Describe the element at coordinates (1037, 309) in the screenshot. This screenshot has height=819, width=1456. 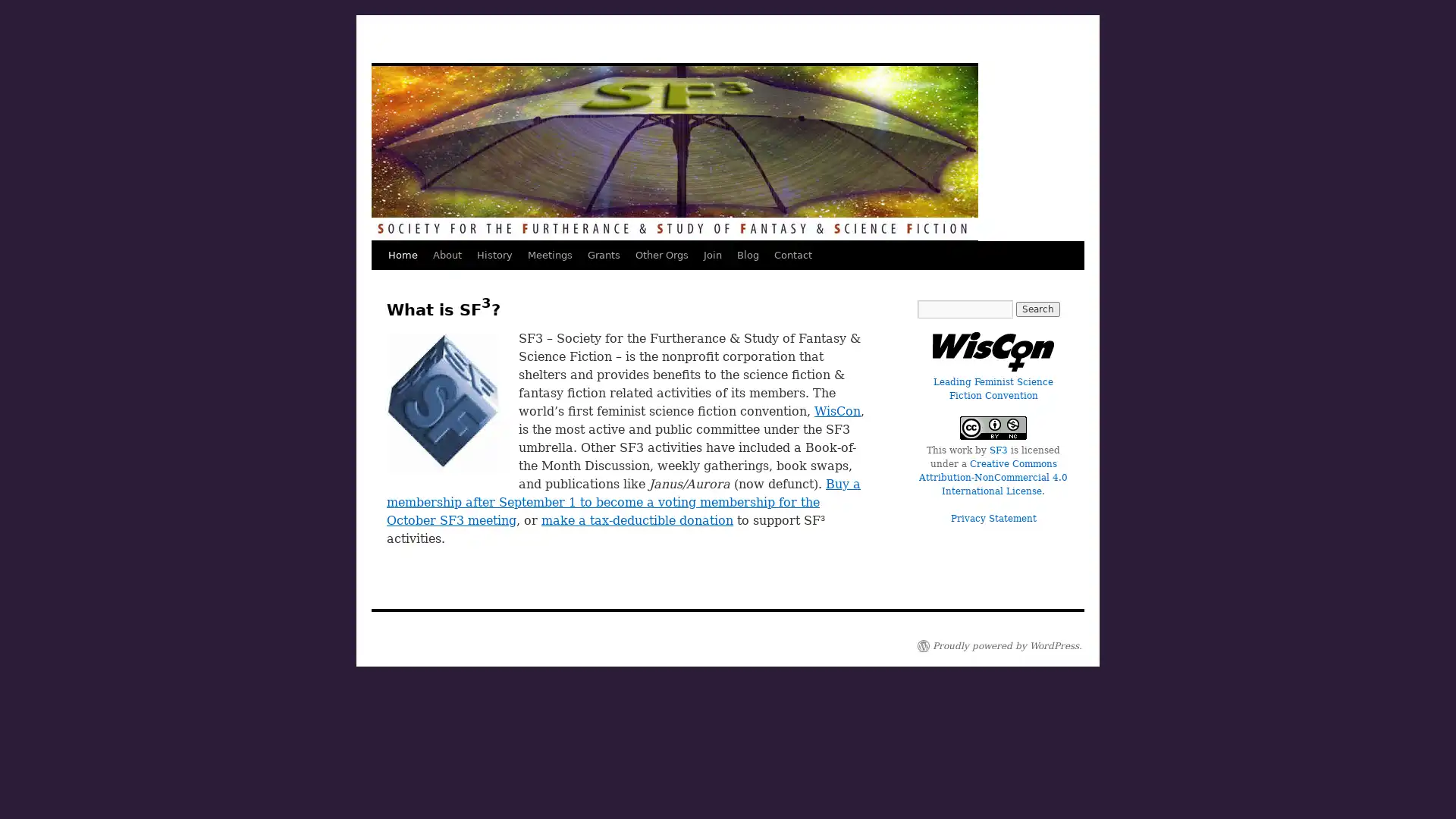
I see `Search` at that location.